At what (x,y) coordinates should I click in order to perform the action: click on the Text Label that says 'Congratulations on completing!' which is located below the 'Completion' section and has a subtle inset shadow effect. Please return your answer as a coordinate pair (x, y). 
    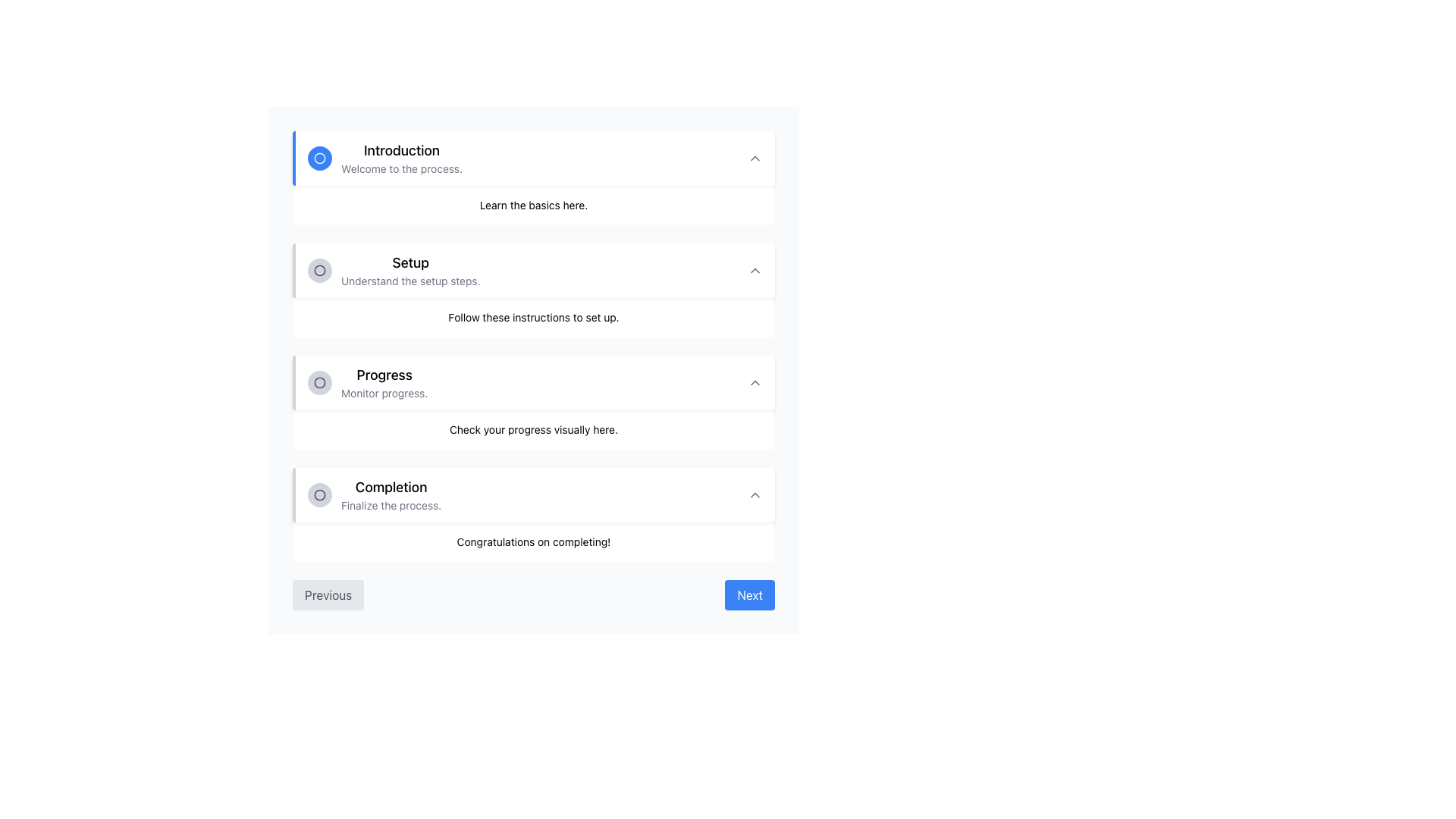
    Looking at the image, I should click on (534, 541).